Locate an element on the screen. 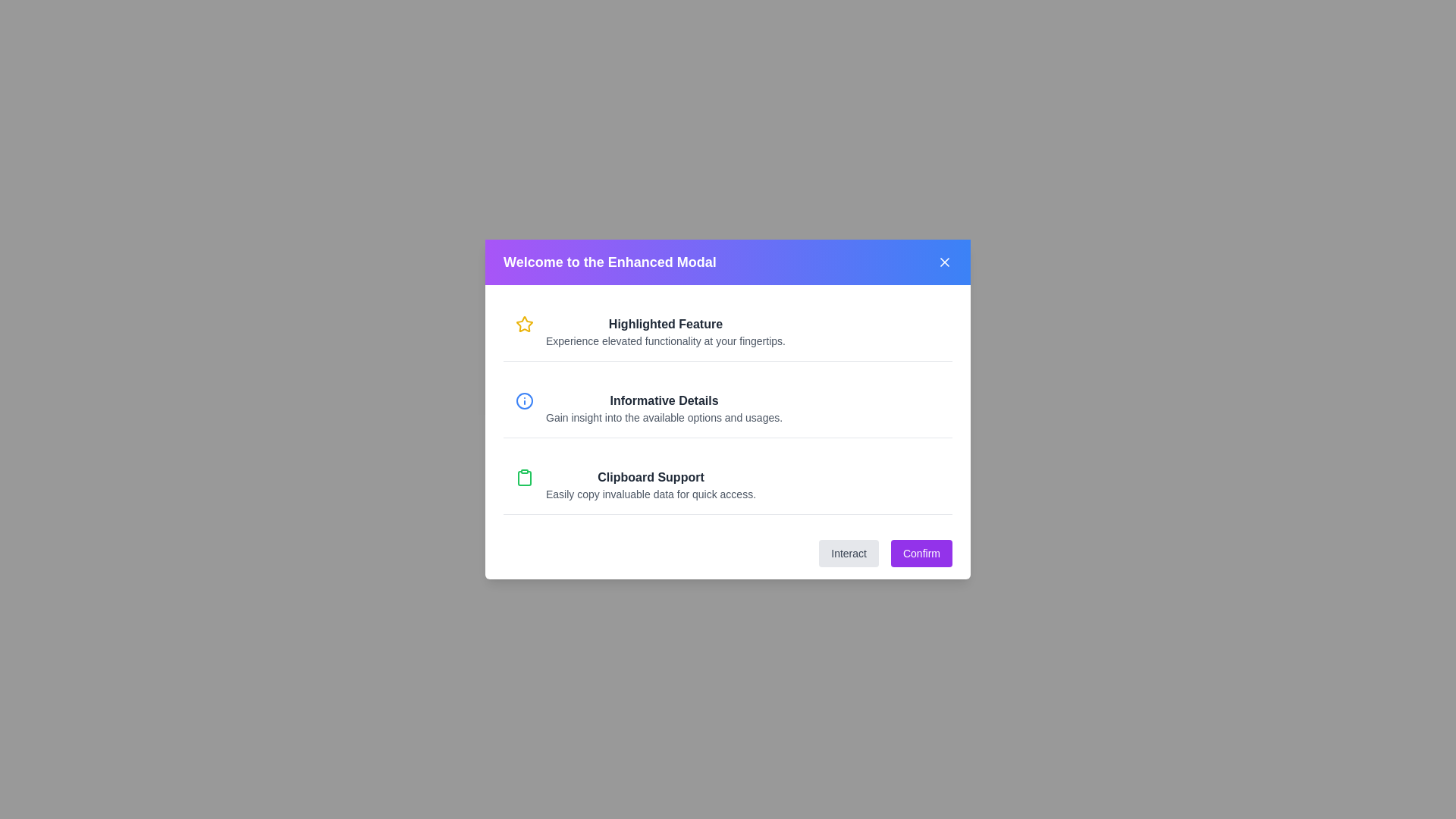 This screenshot has width=1456, height=819. the bold text label 'Highlighted Feature' located centrally below the title 'Welcome to the Enhanced Modal' is located at coordinates (666, 324).